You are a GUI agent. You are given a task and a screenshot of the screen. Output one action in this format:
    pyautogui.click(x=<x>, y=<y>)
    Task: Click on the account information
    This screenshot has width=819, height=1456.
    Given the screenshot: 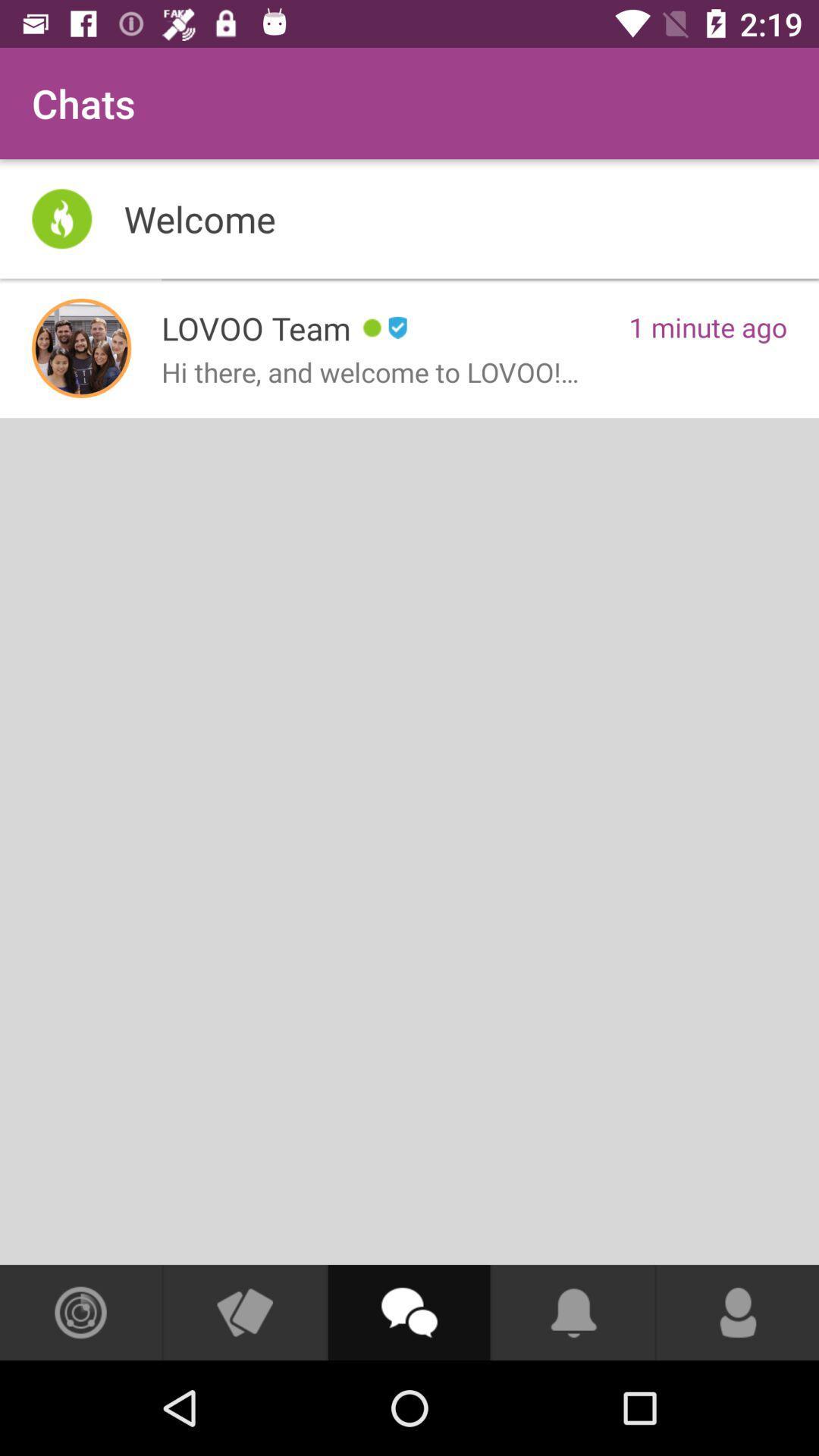 What is the action you would take?
    pyautogui.click(x=737, y=1312)
    